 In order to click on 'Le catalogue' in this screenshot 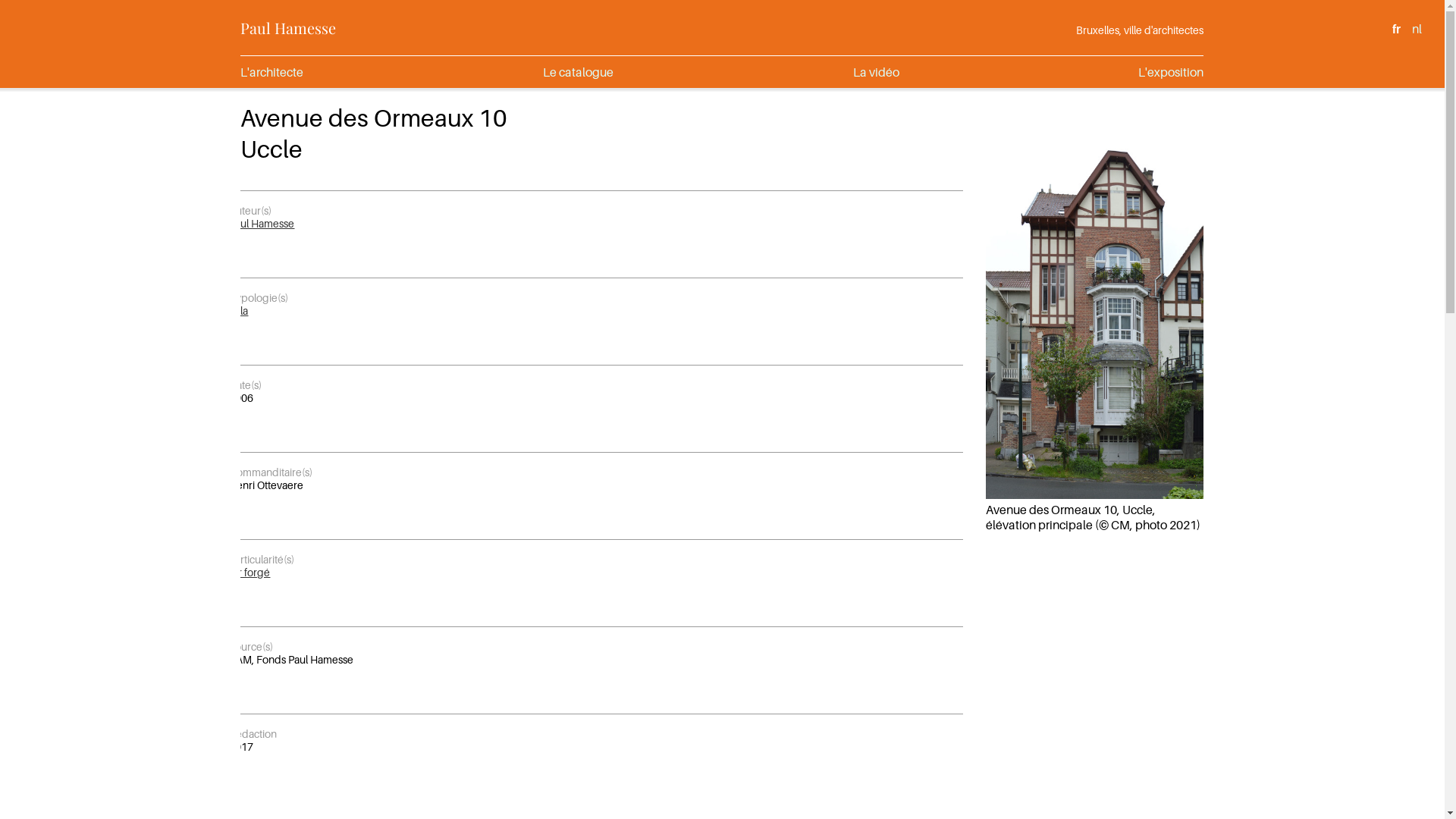, I will do `click(577, 72)`.